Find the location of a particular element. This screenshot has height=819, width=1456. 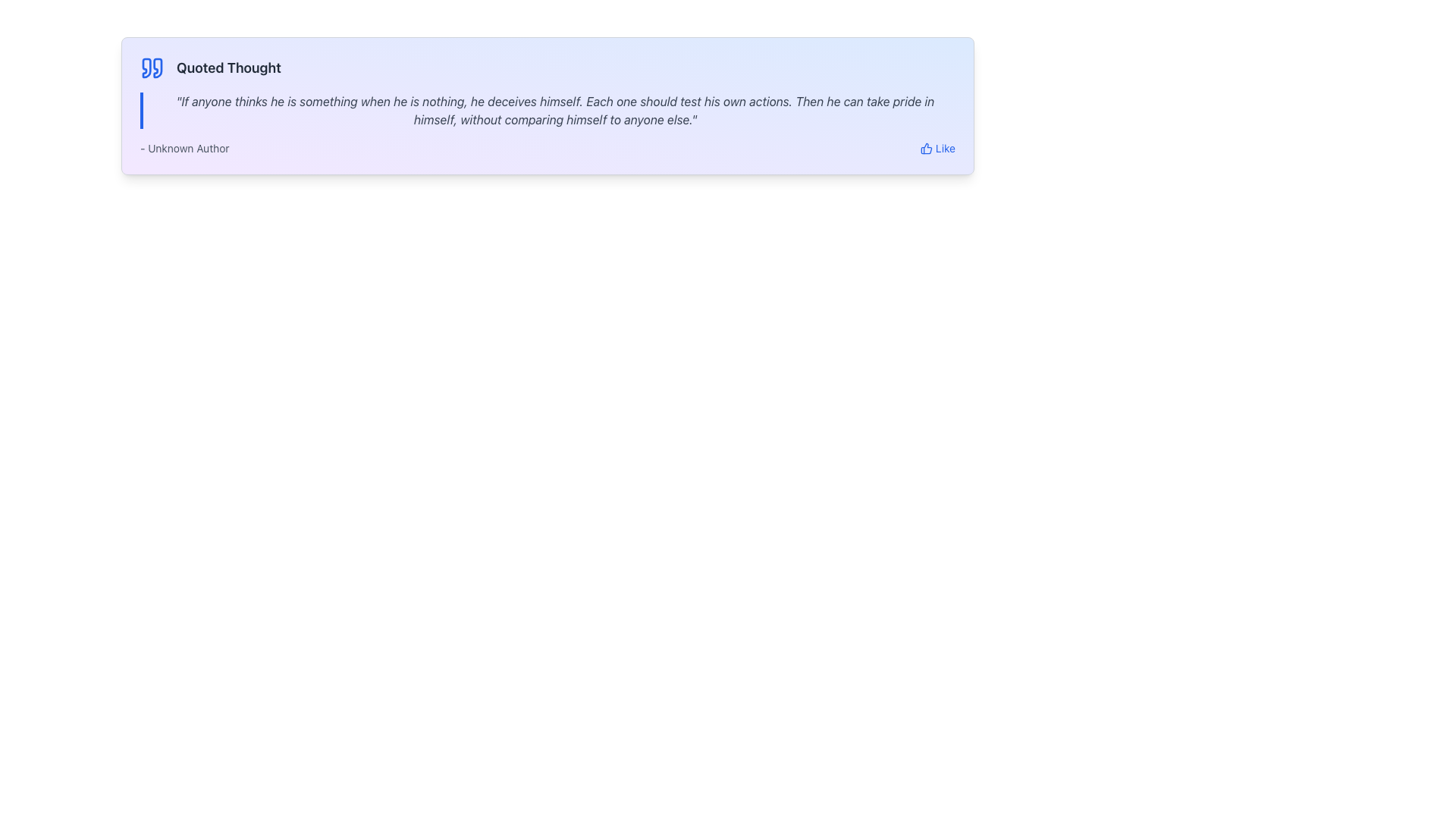

the 'Like' button with a thumbs-up icon located at the bottom right of the card section is located at coordinates (937, 149).